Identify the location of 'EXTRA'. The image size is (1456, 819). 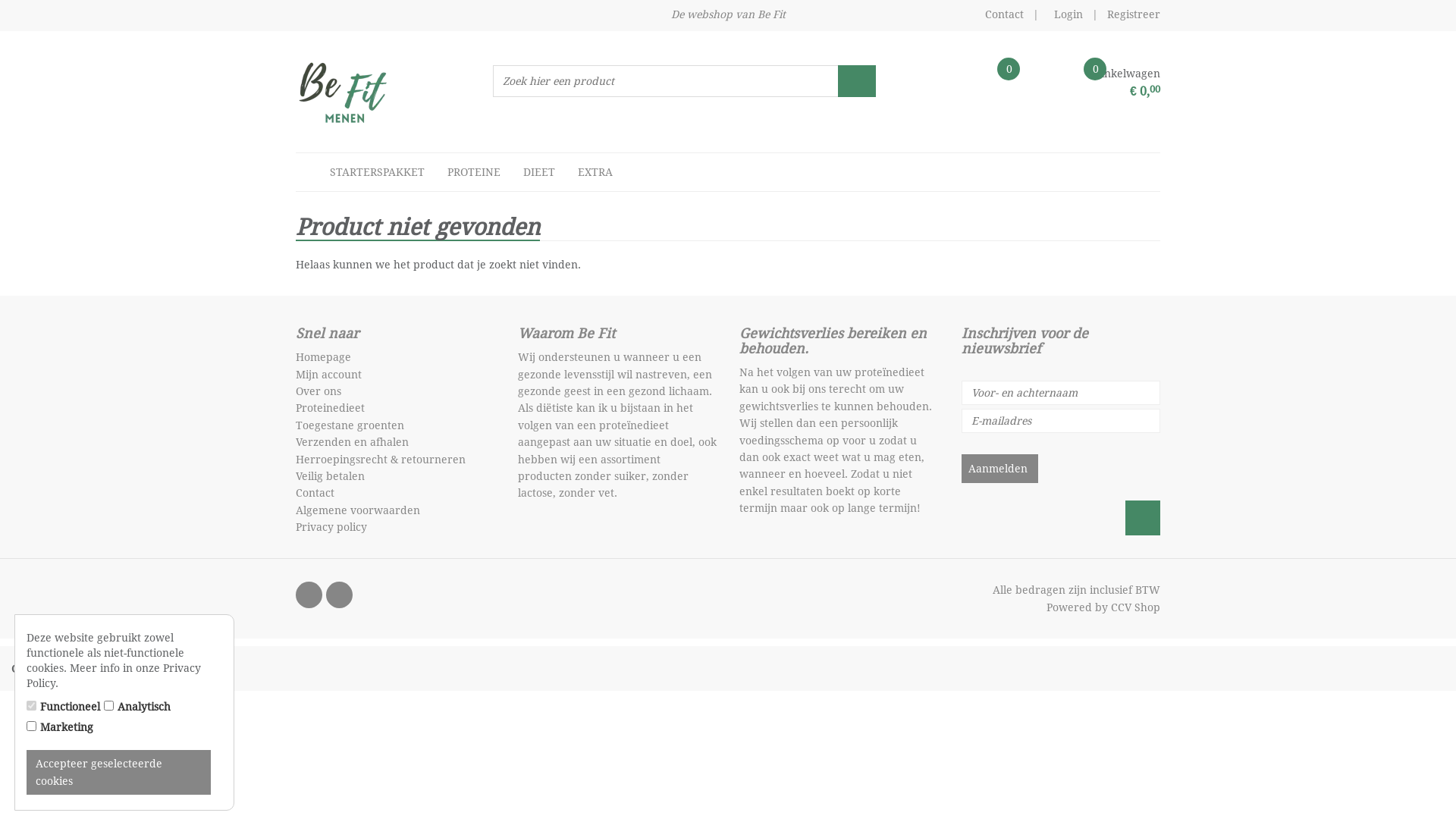
(595, 171).